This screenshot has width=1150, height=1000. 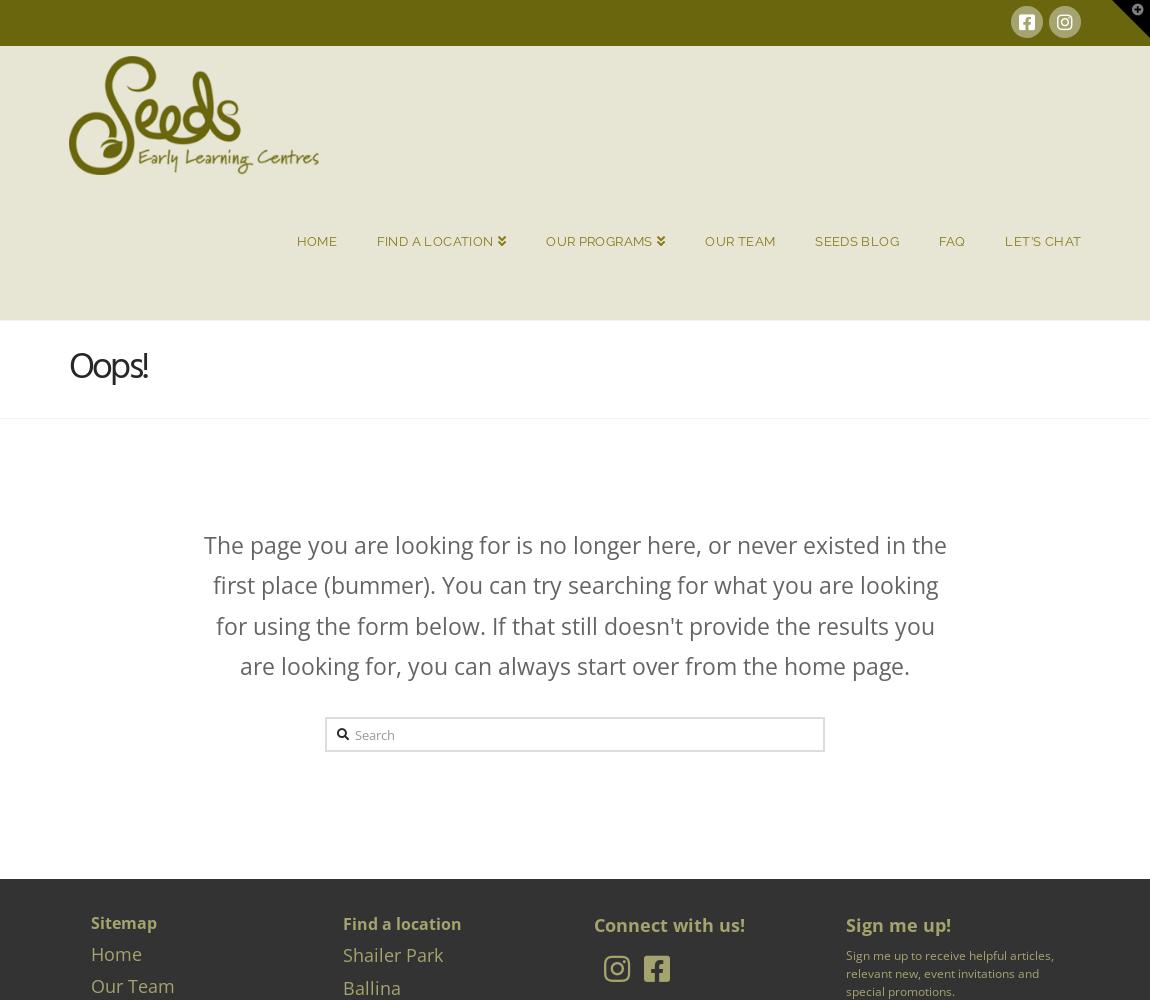 I want to click on 'Ballina', so click(x=370, y=986).